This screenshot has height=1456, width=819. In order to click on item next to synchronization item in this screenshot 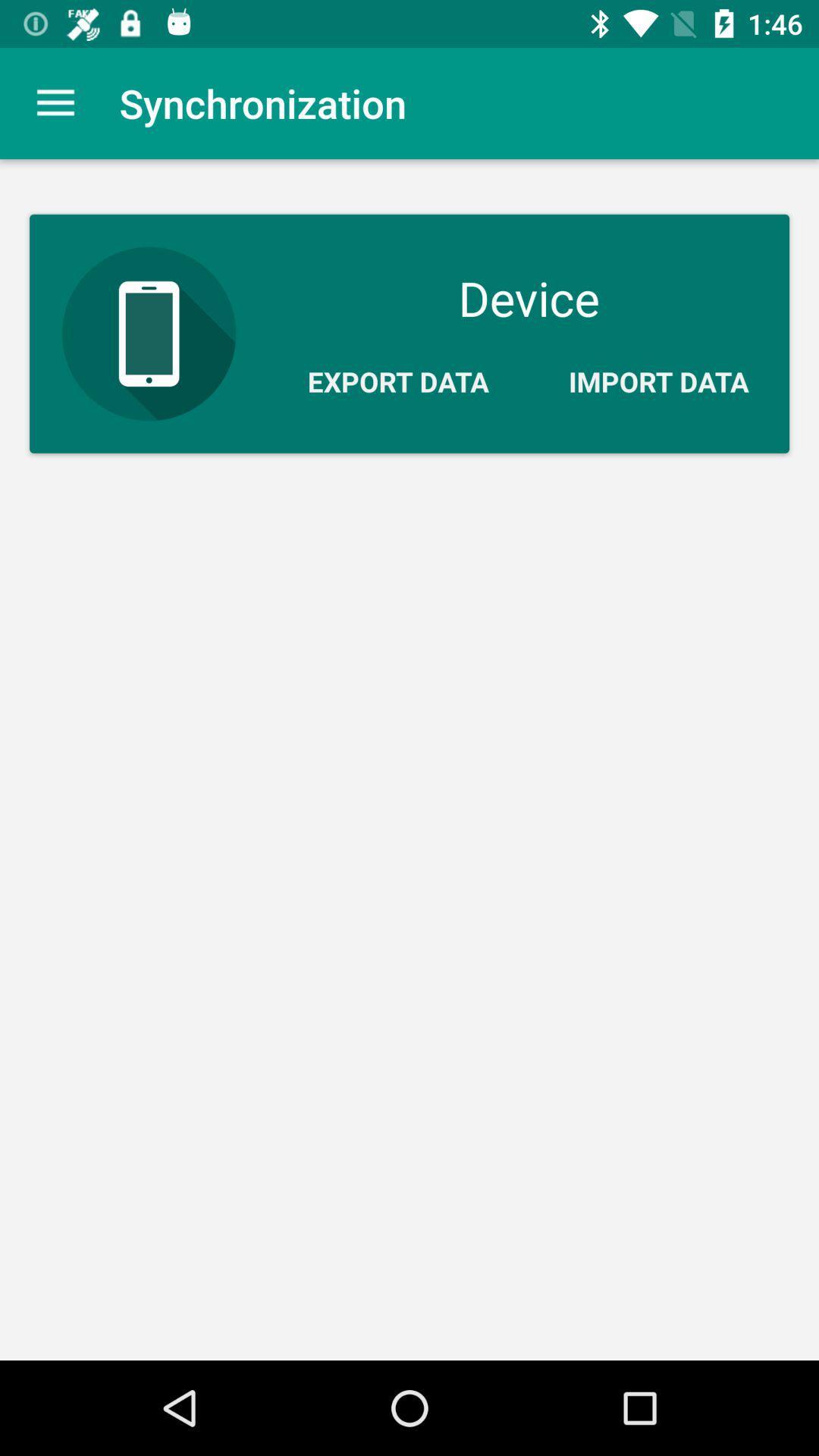, I will do `click(55, 102)`.